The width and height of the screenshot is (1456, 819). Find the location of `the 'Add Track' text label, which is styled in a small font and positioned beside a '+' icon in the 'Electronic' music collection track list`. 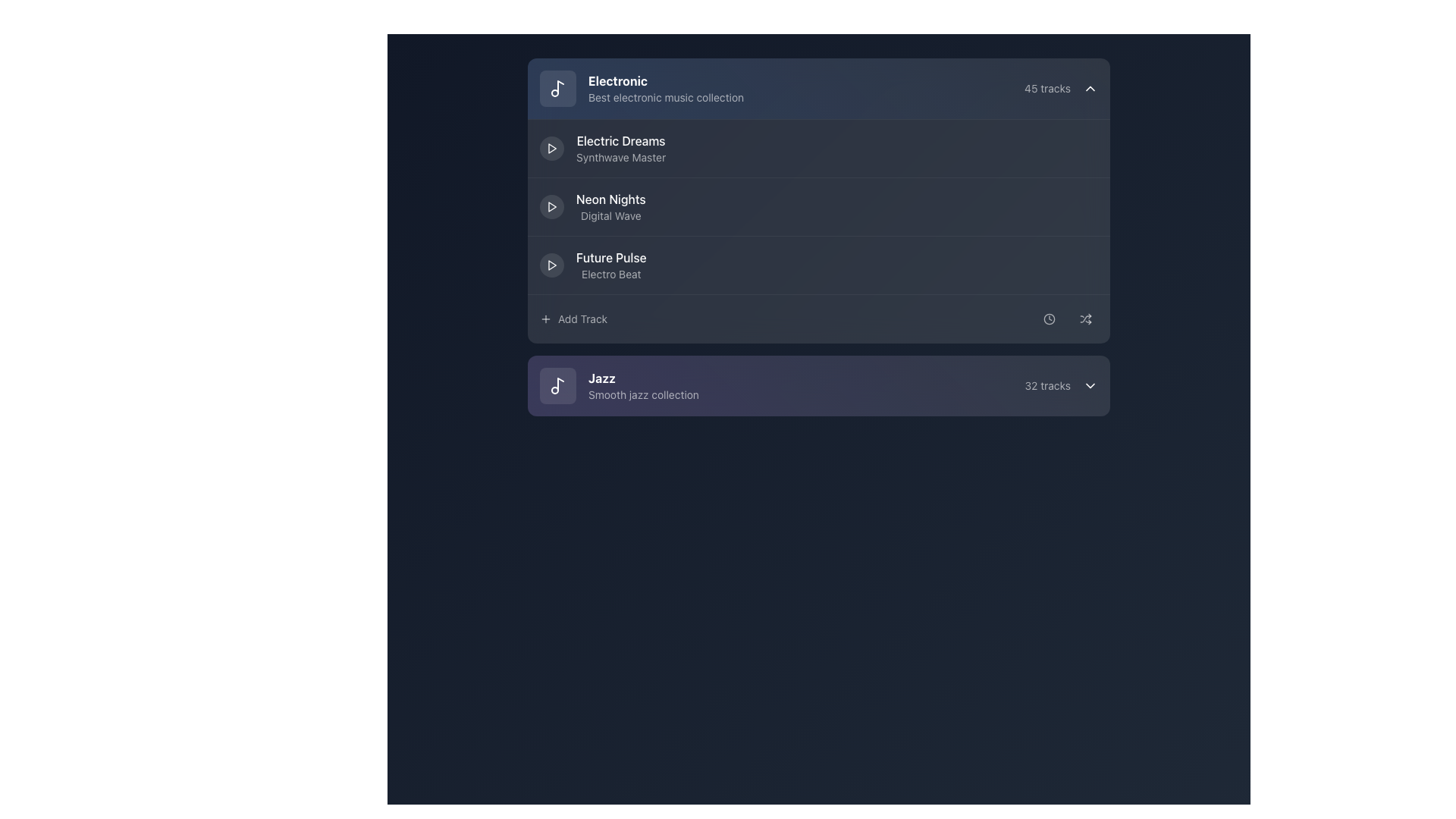

the 'Add Track' text label, which is styled in a small font and positioned beside a '+' icon in the 'Electronic' music collection track list is located at coordinates (582, 318).